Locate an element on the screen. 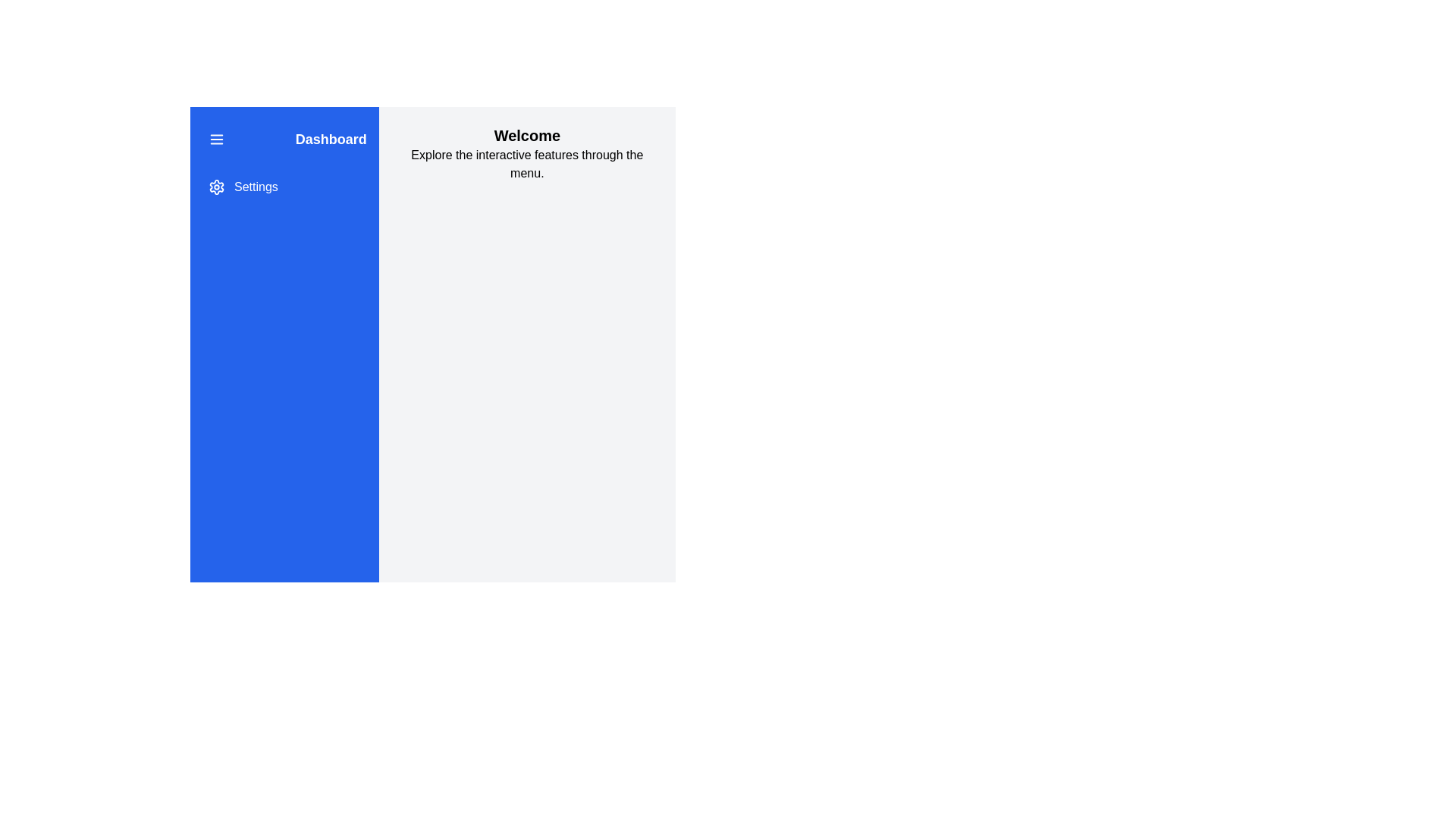 The width and height of the screenshot is (1456, 819). the text label for the settings menu item located in the vertical sidebar on the leftmost side of the interface is located at coordinates (256, 186).